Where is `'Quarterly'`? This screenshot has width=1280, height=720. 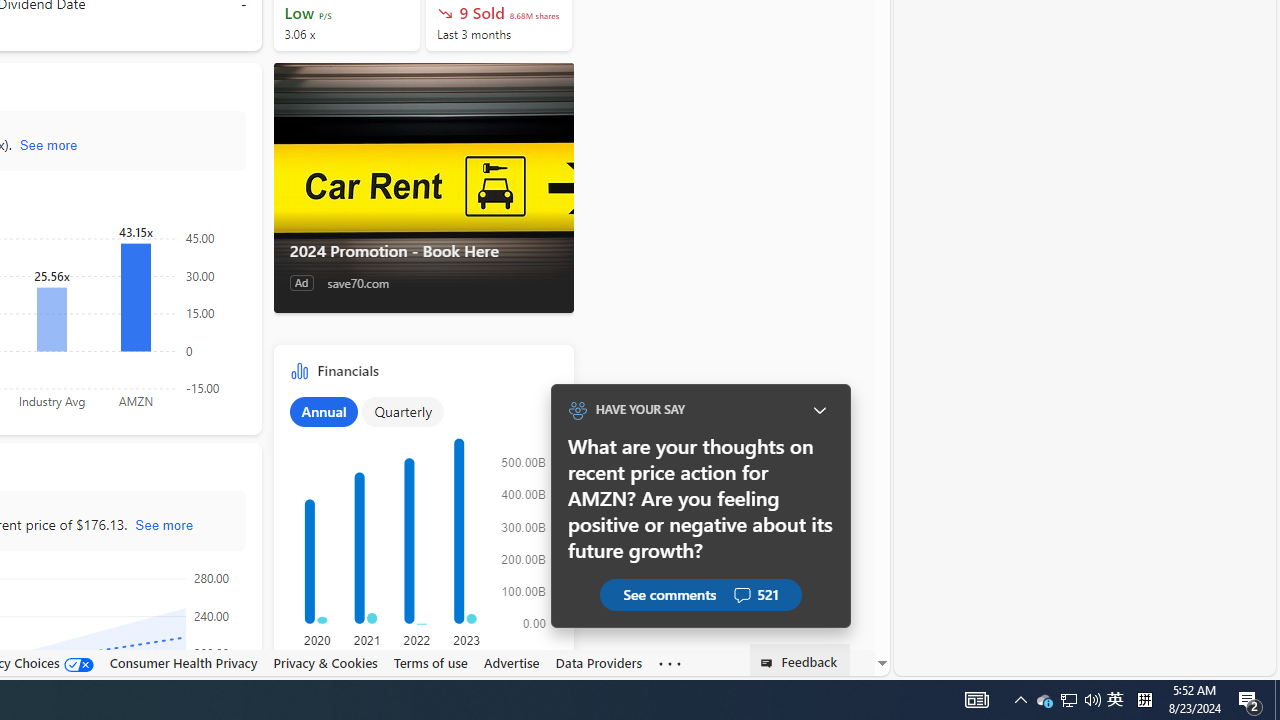 'Quarterly' is located at coordinates (402, 410).